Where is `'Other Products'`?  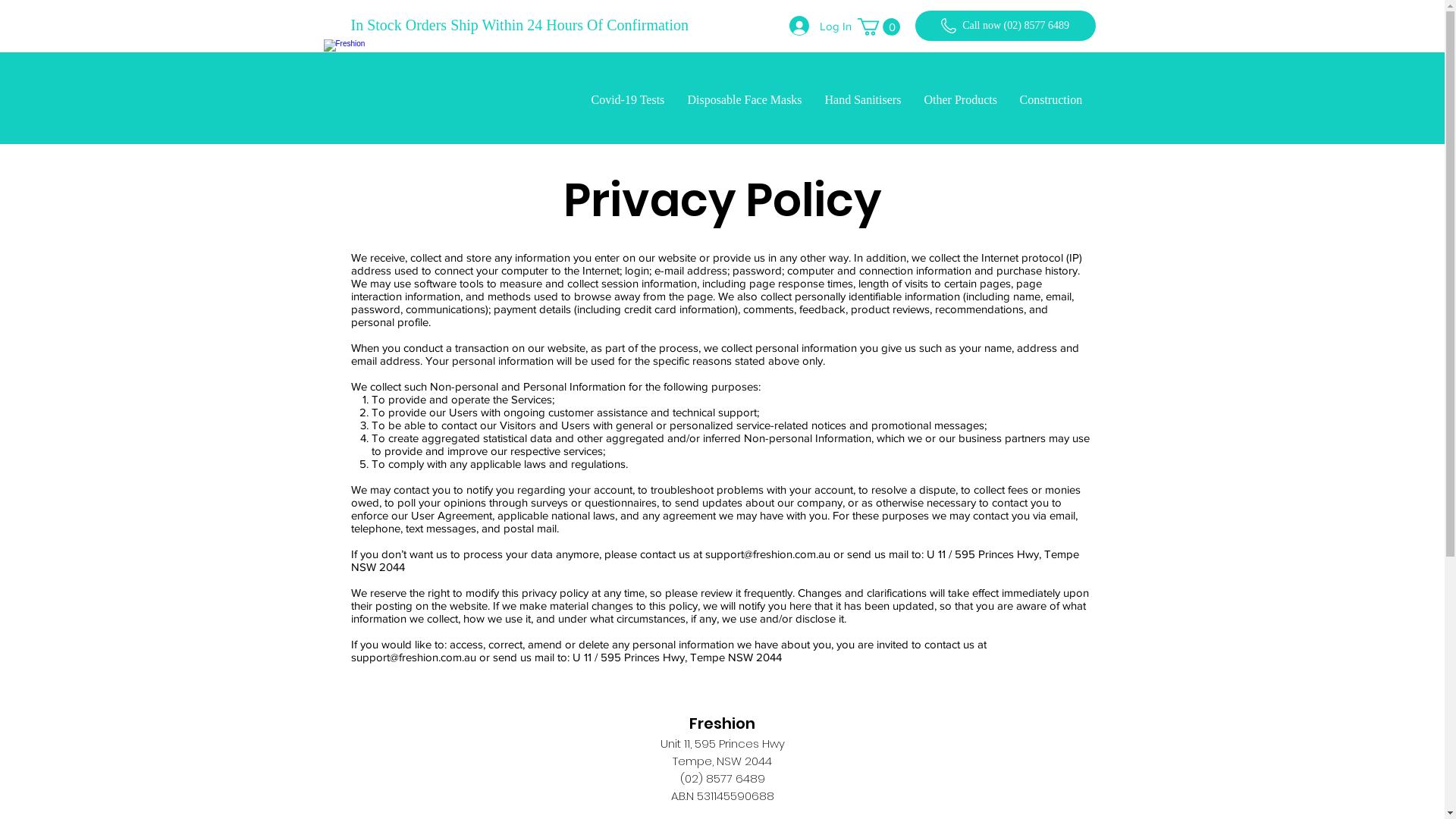 'Other Products' is located at coordinates (912, 99).